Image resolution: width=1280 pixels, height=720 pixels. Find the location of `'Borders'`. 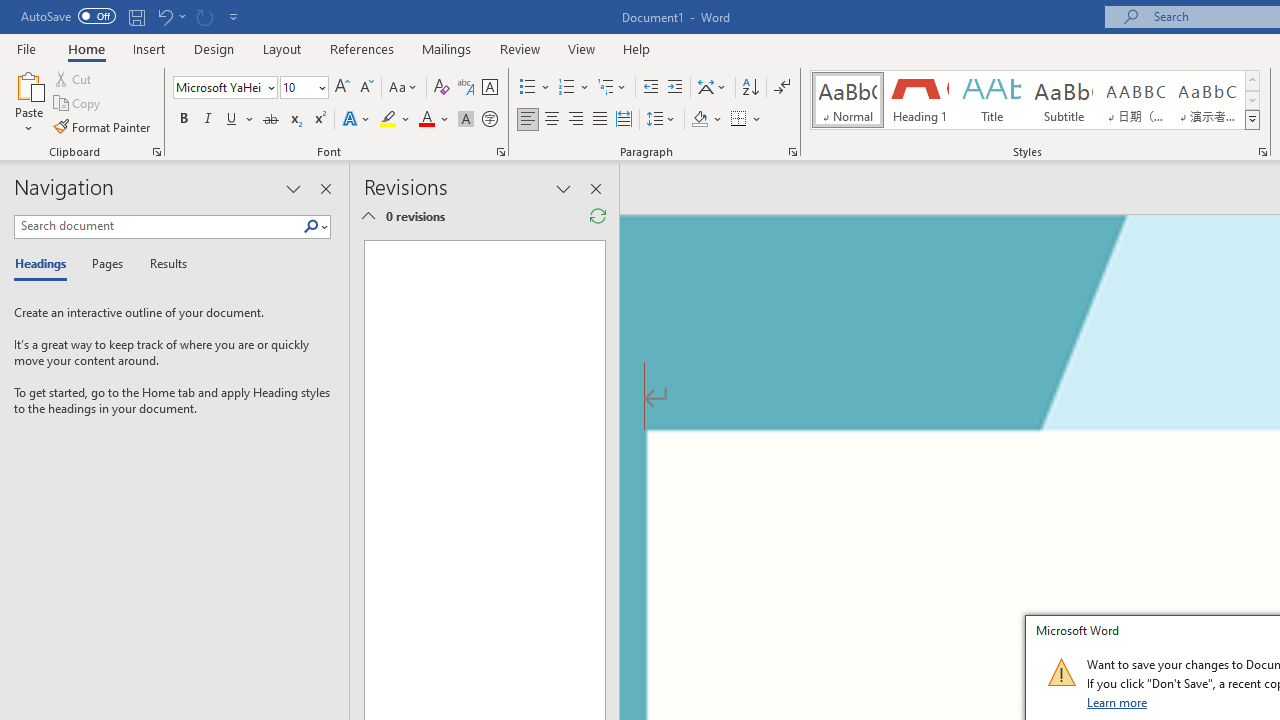

'Borders' is located at coordinates (745, 119).